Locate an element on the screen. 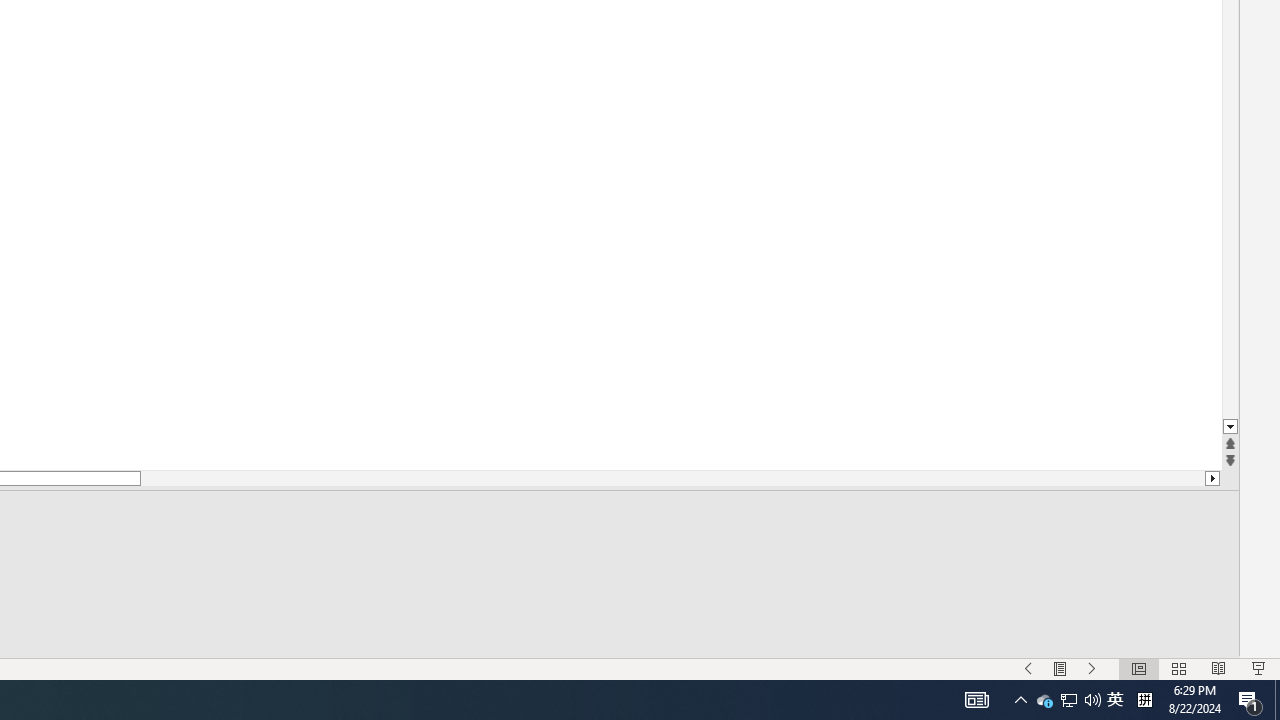 This screenshot has height=720, width=1280. 'Notification Chevron' is located at coordinates (1020, 698).